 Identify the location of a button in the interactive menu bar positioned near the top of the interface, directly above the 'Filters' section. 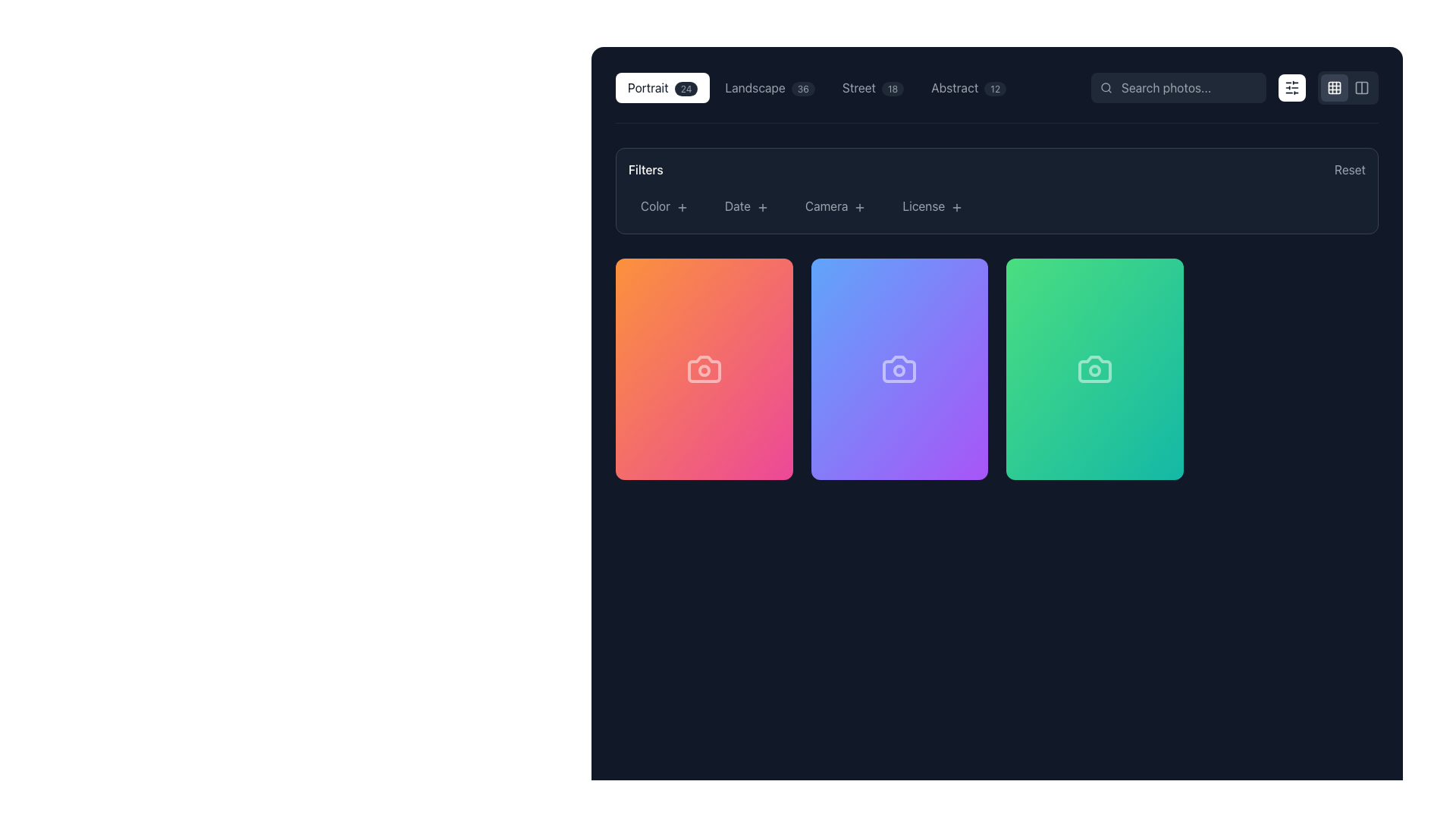
(997, 97).